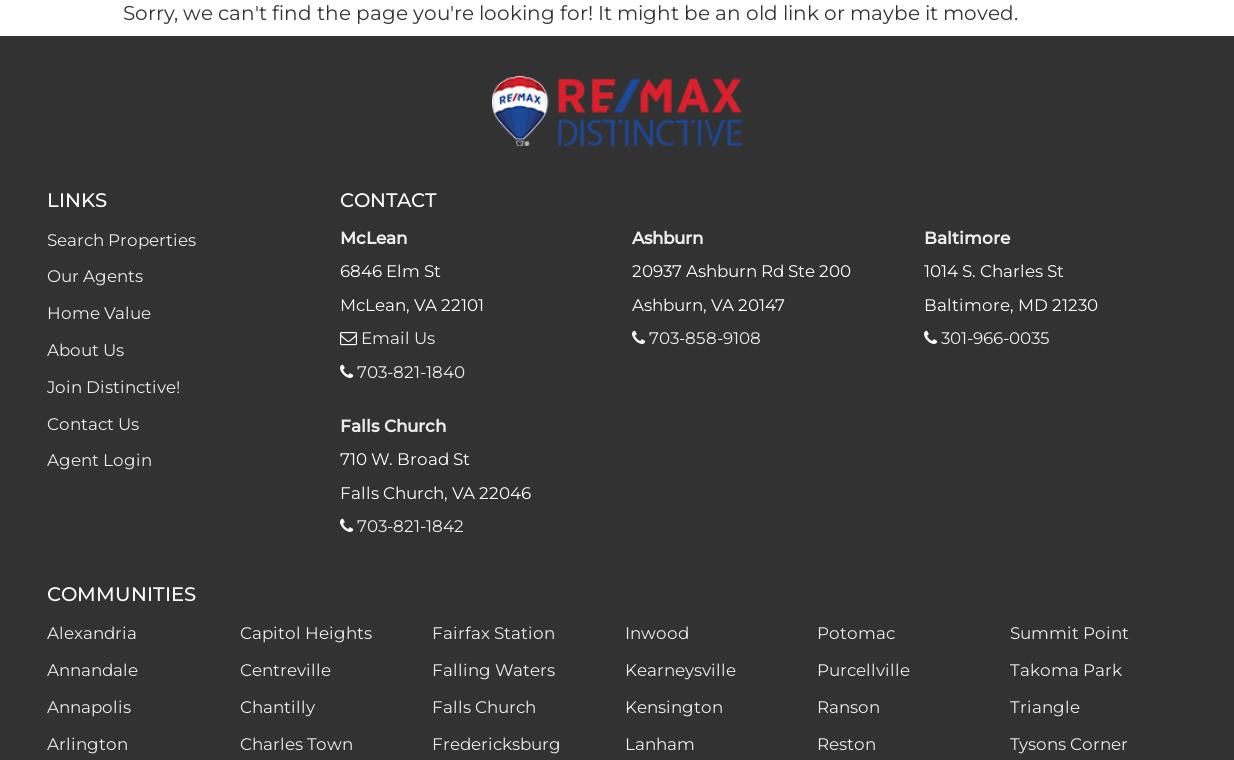 Image resolution: width=1234 pixels, height=760 pixels. Describe the element at coordinates (387, 197) in the screenshot. I see `'CONTACT'` at that location.